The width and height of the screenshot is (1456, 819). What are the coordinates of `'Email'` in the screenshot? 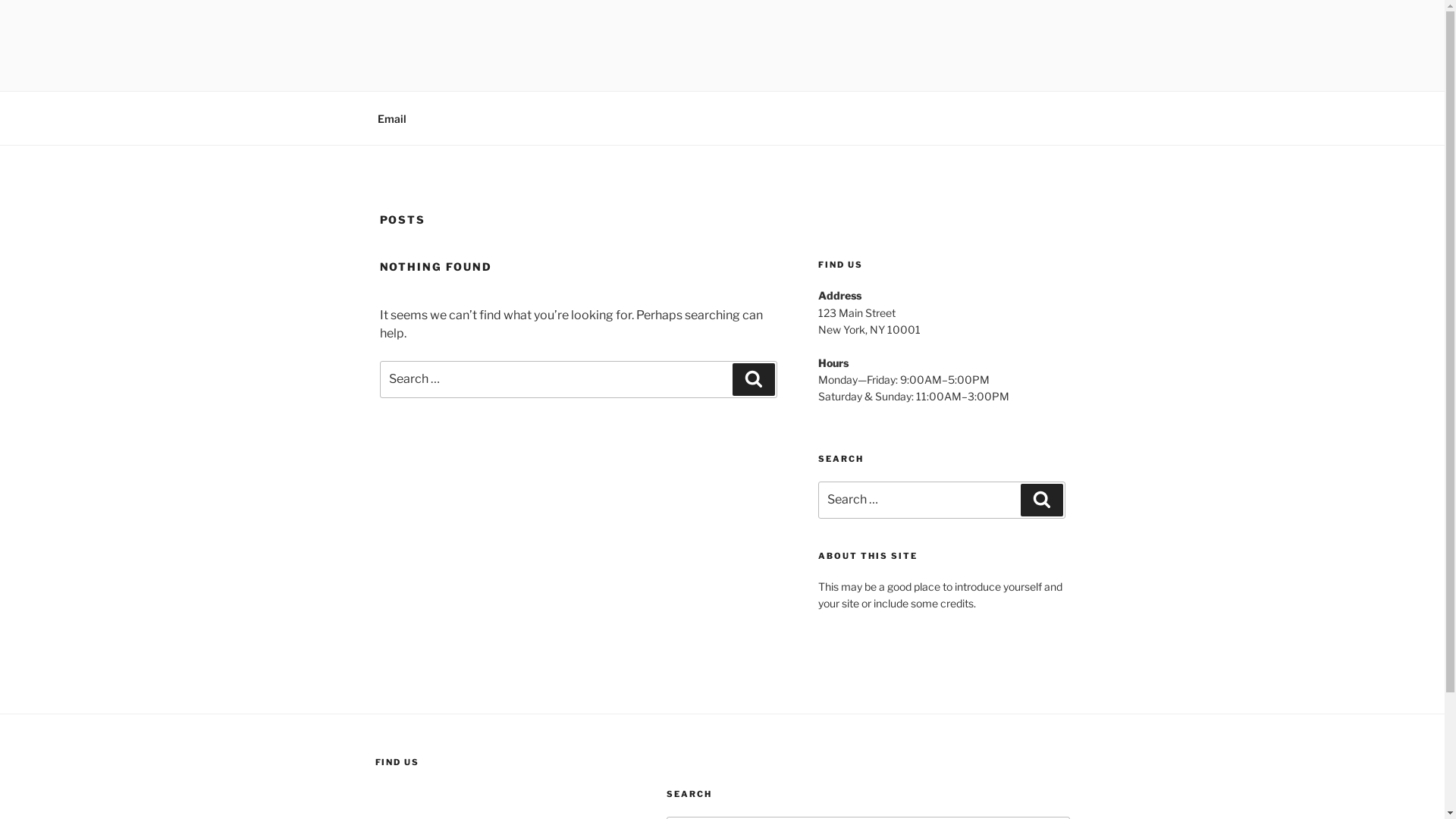 It's located at (391, 118).